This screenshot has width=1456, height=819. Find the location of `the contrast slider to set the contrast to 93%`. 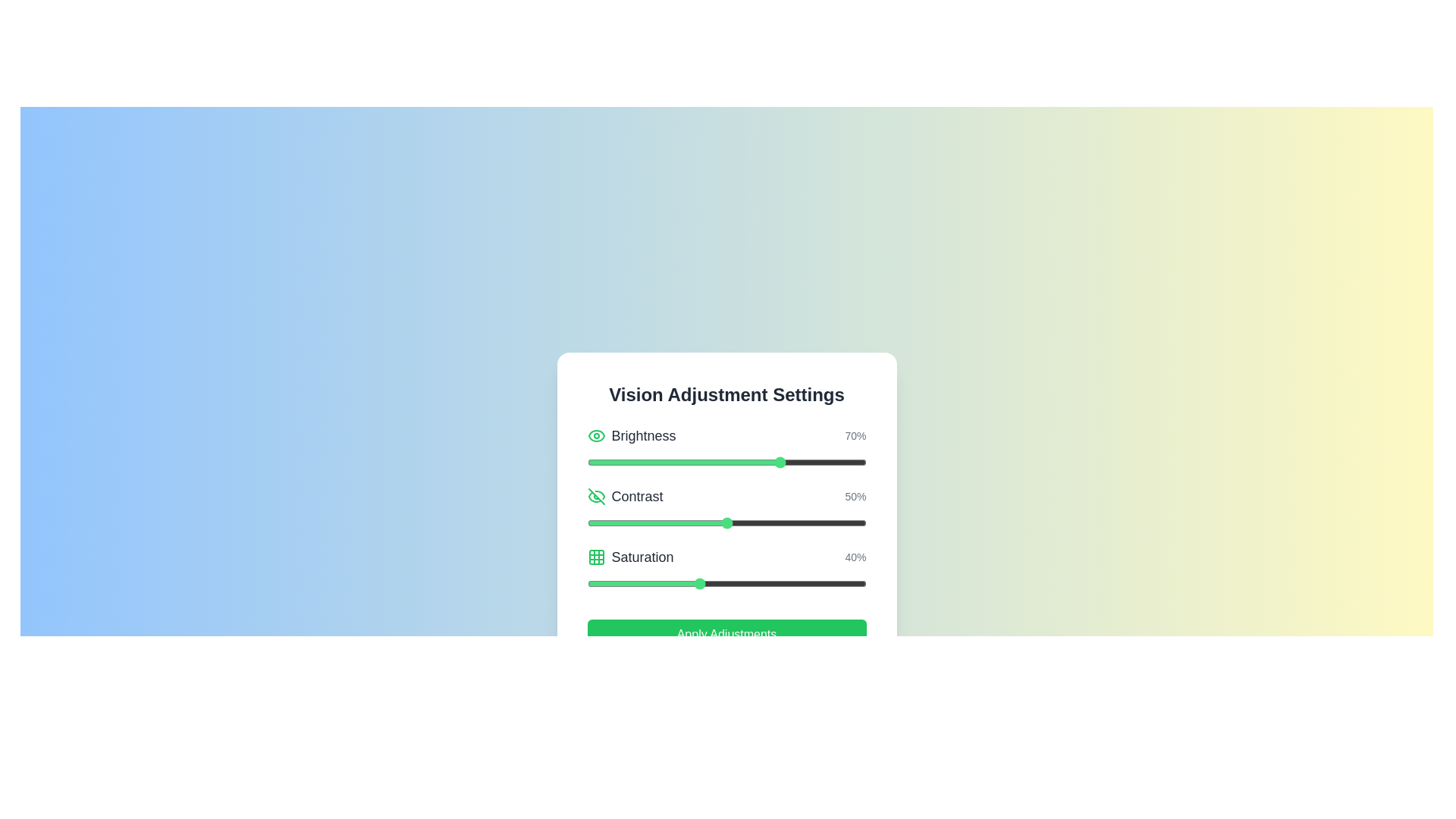

the contrast slider to set the contrast to 93% is located at coordinates (846, 522).